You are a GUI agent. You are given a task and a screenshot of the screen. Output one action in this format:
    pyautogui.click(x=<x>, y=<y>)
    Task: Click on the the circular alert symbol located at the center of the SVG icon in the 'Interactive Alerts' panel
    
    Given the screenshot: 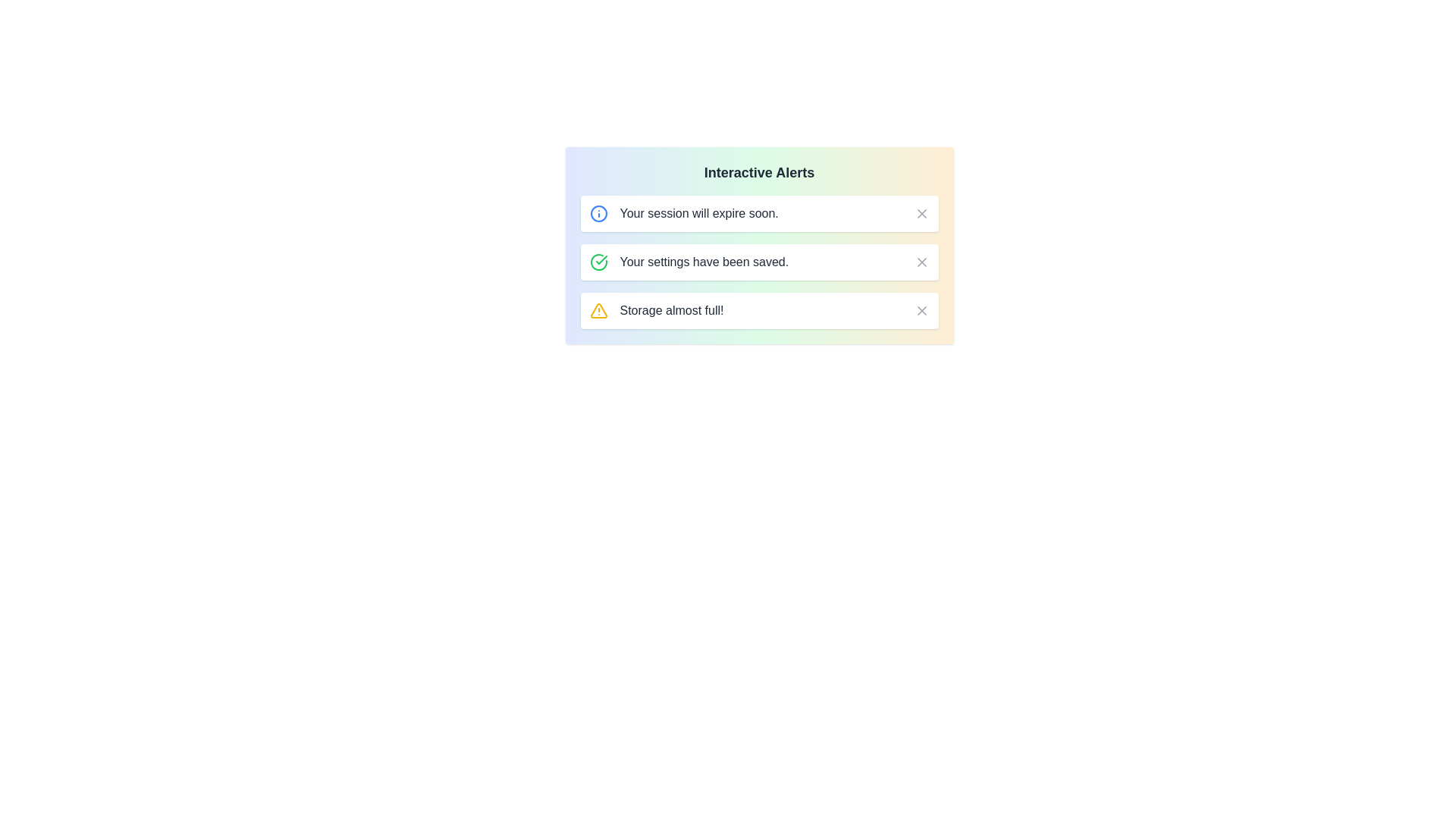 What is the action you would take?
    pyautogui.click(x=598, y=213)
    